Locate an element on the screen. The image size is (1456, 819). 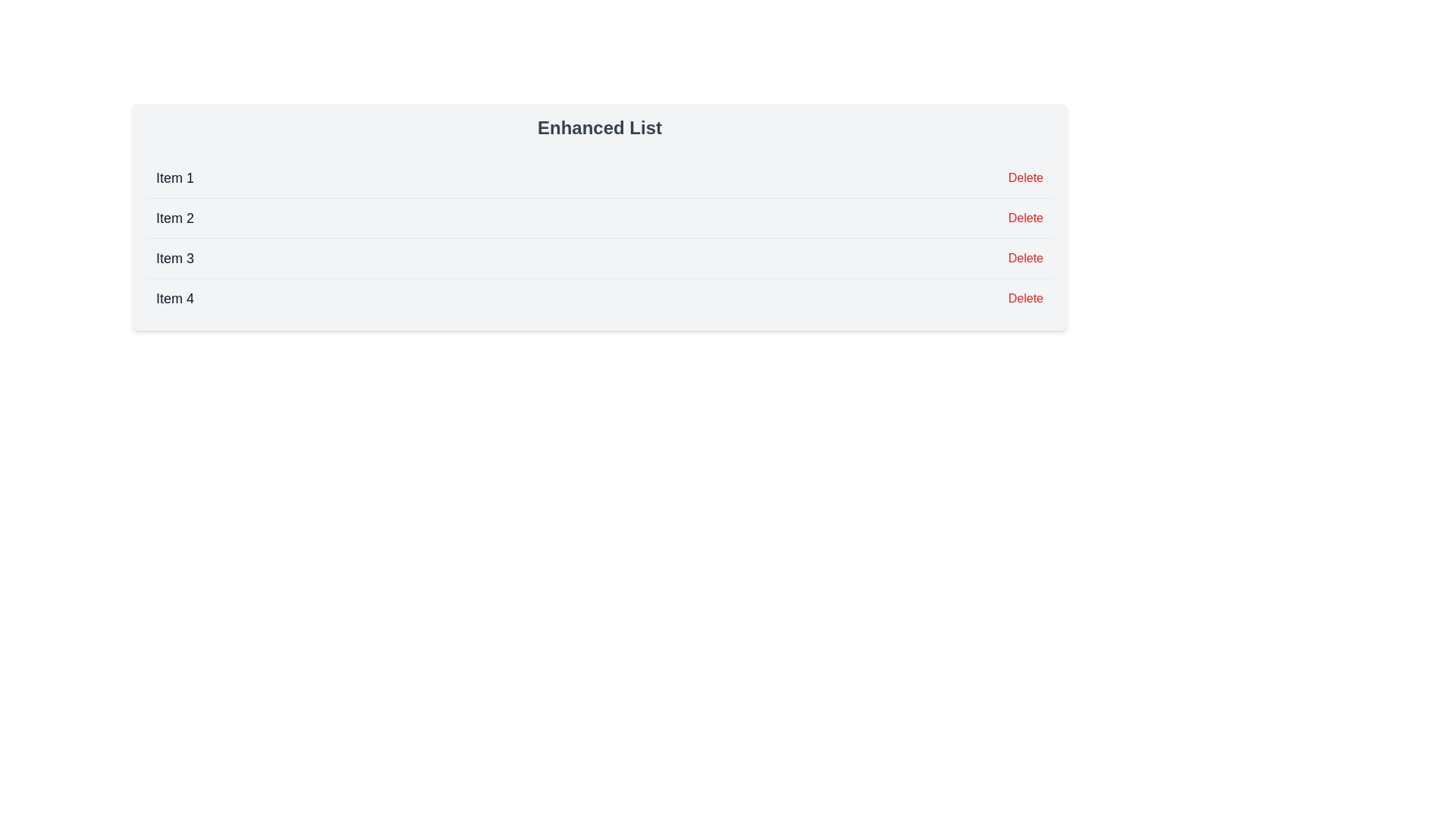
the 'Delete' button associated with 'Item 4' is located at coordinates (1025, 298).